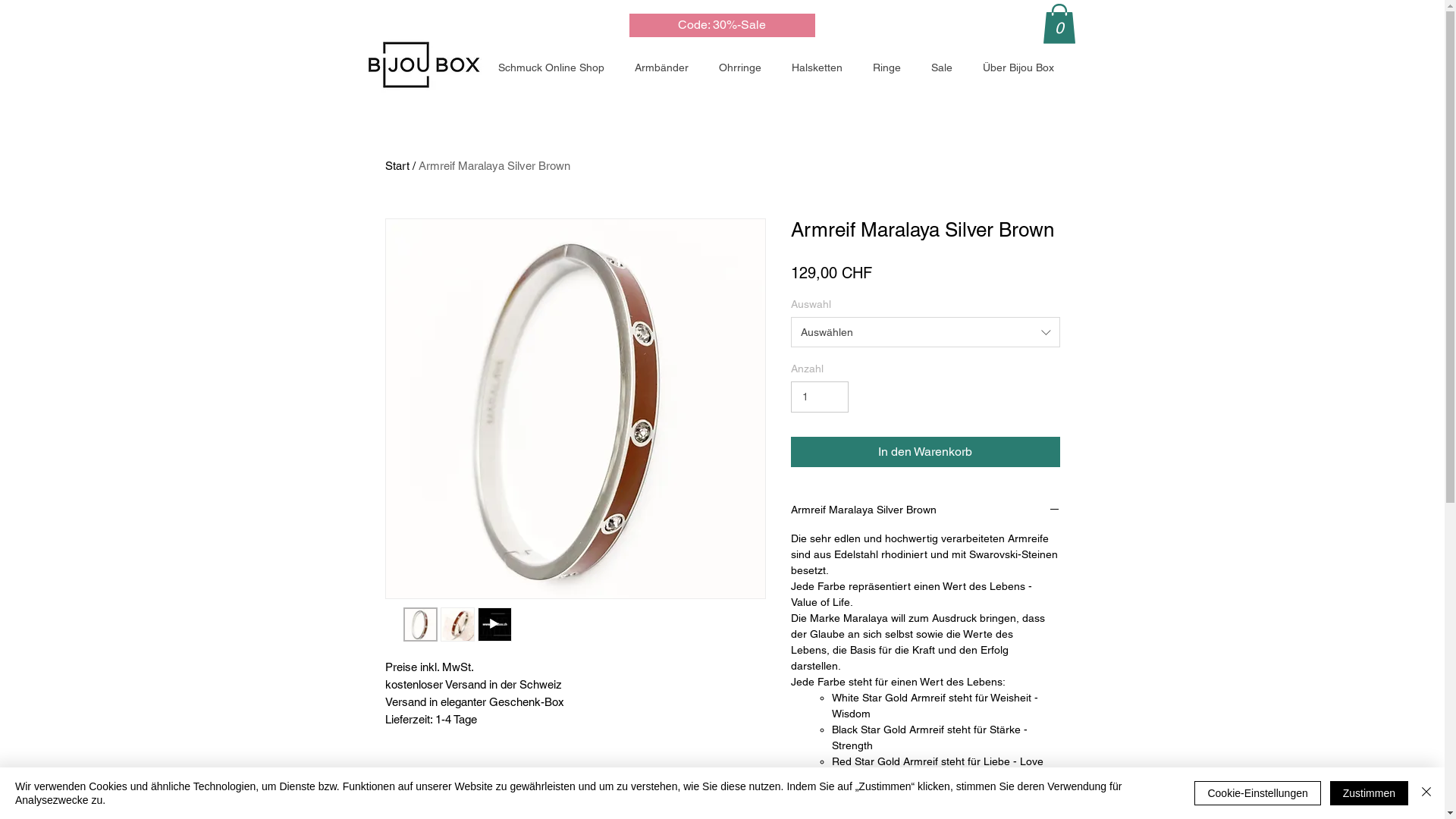  Describe the element at coordinates (944, 66) in the screenshot. I see `'Sale'` at that location.